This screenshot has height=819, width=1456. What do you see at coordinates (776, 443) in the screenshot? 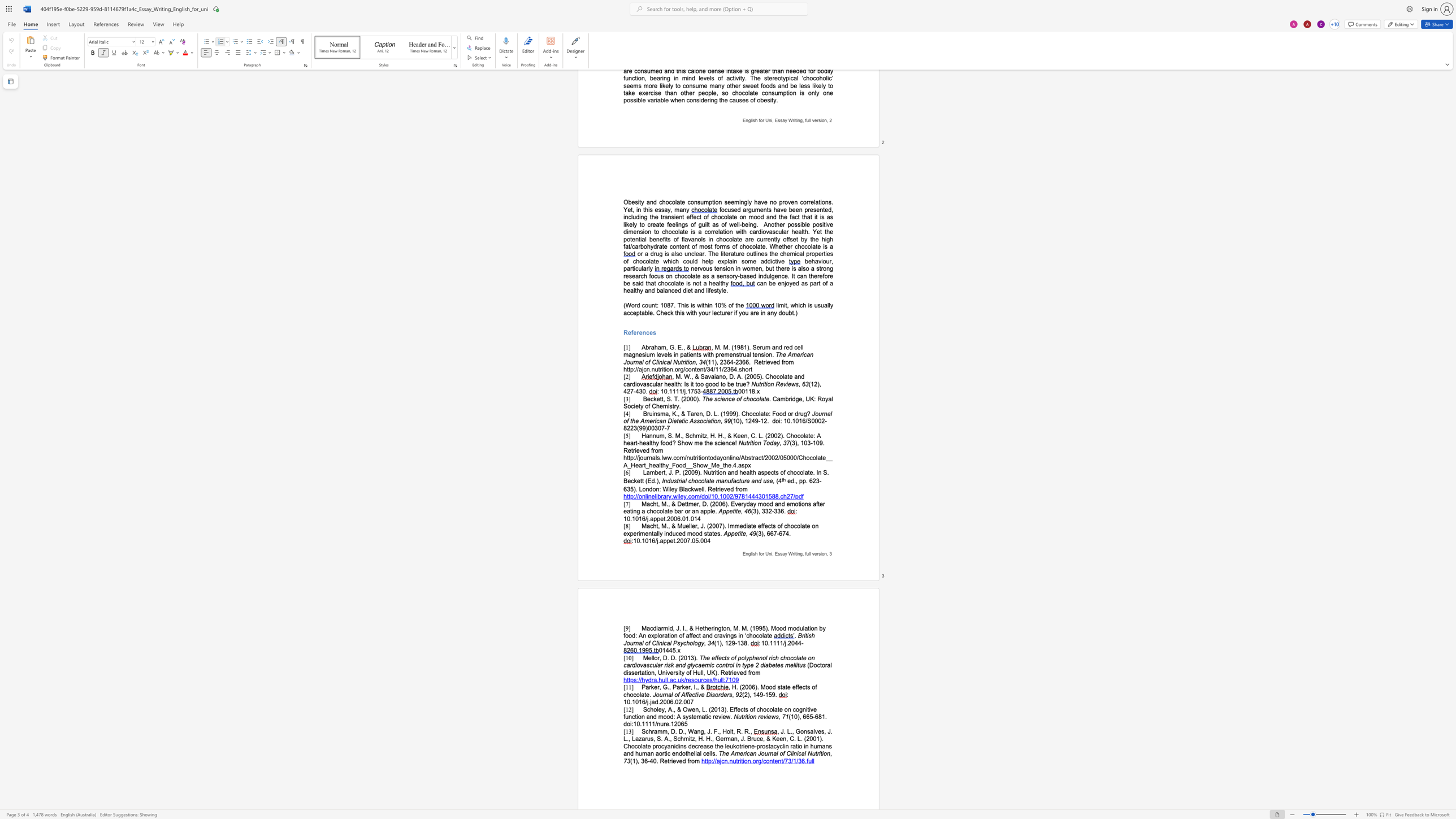
I see `the space between the continuous character "a" and "y" in the text` at bounding box center [776, 443].